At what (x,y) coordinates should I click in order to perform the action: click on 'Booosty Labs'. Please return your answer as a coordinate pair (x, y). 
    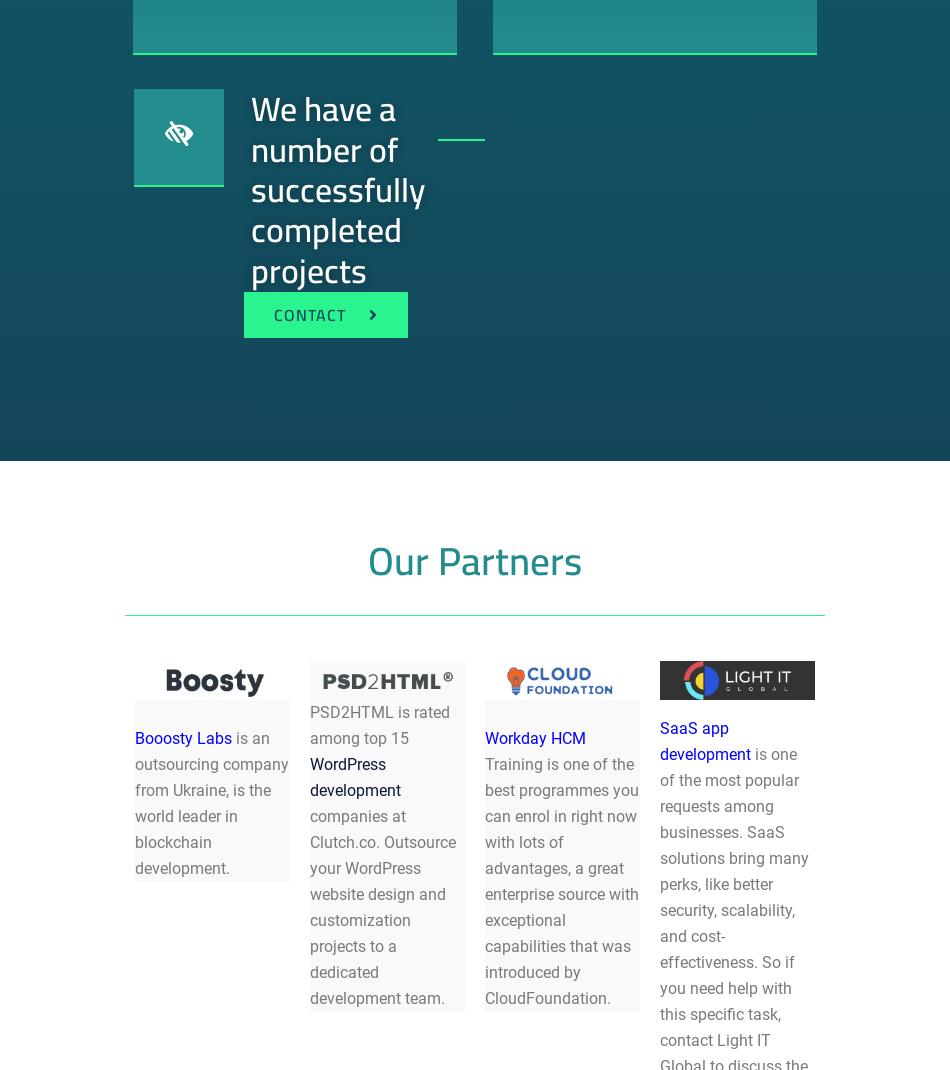
    Looking at the image, I should click on (134, 736).